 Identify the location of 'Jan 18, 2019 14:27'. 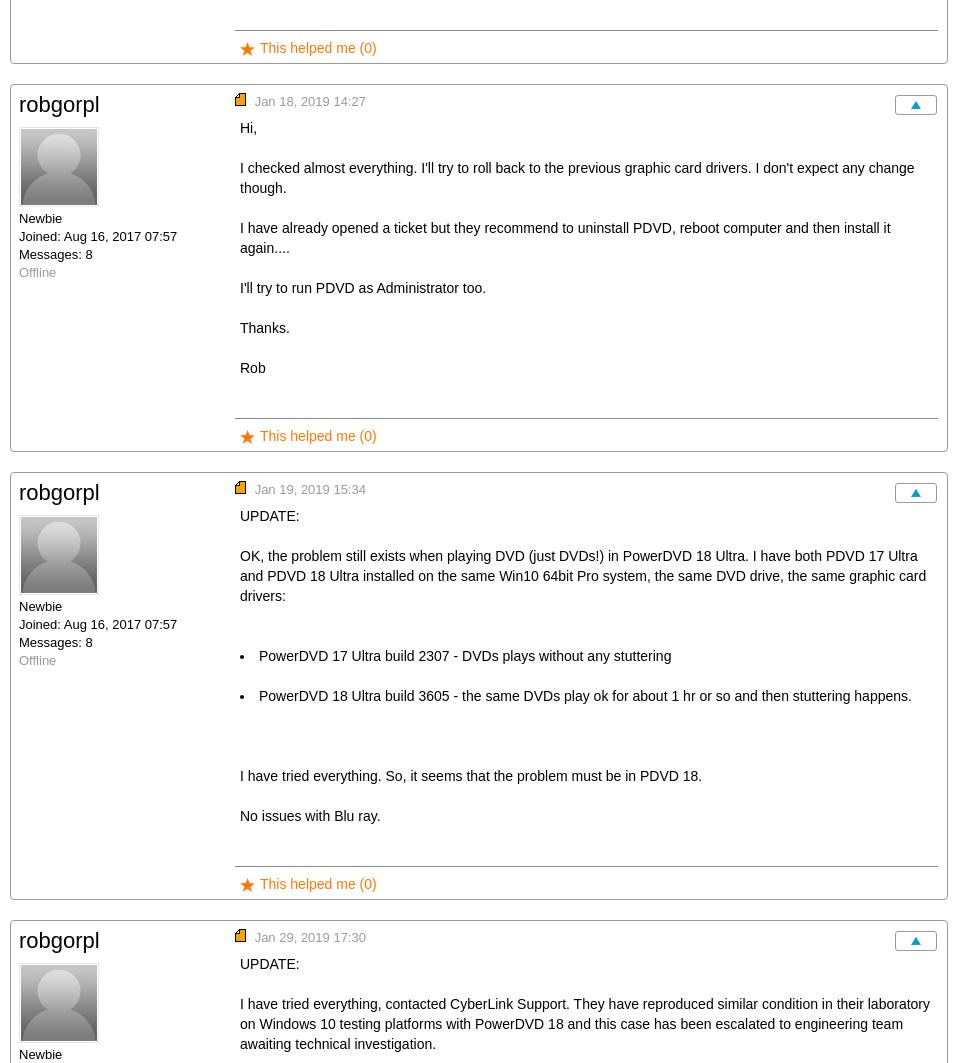
(253, 101).